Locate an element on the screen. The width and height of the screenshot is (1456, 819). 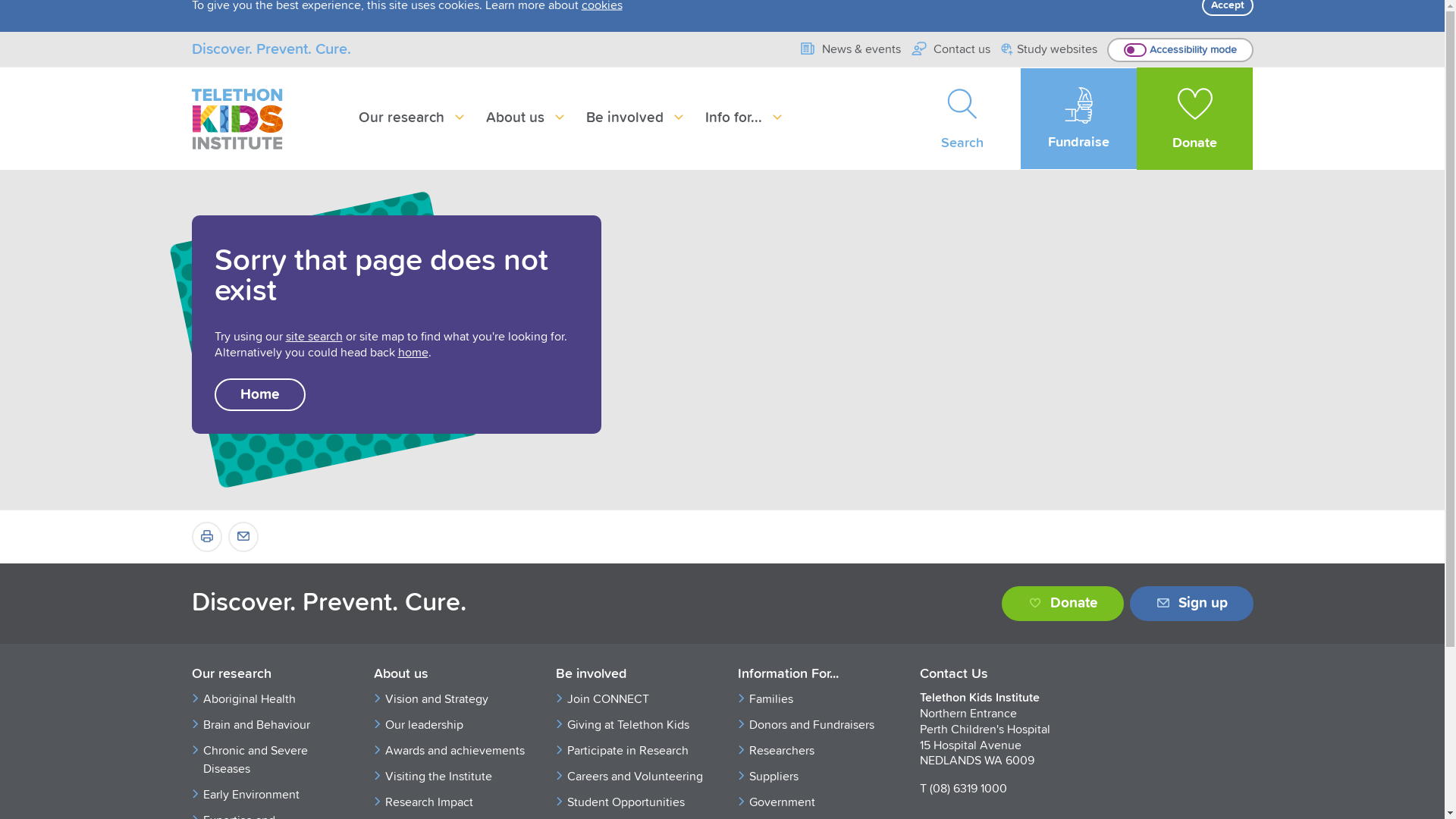
'Careers and Volunteering' is located at coordinates (637, 776).